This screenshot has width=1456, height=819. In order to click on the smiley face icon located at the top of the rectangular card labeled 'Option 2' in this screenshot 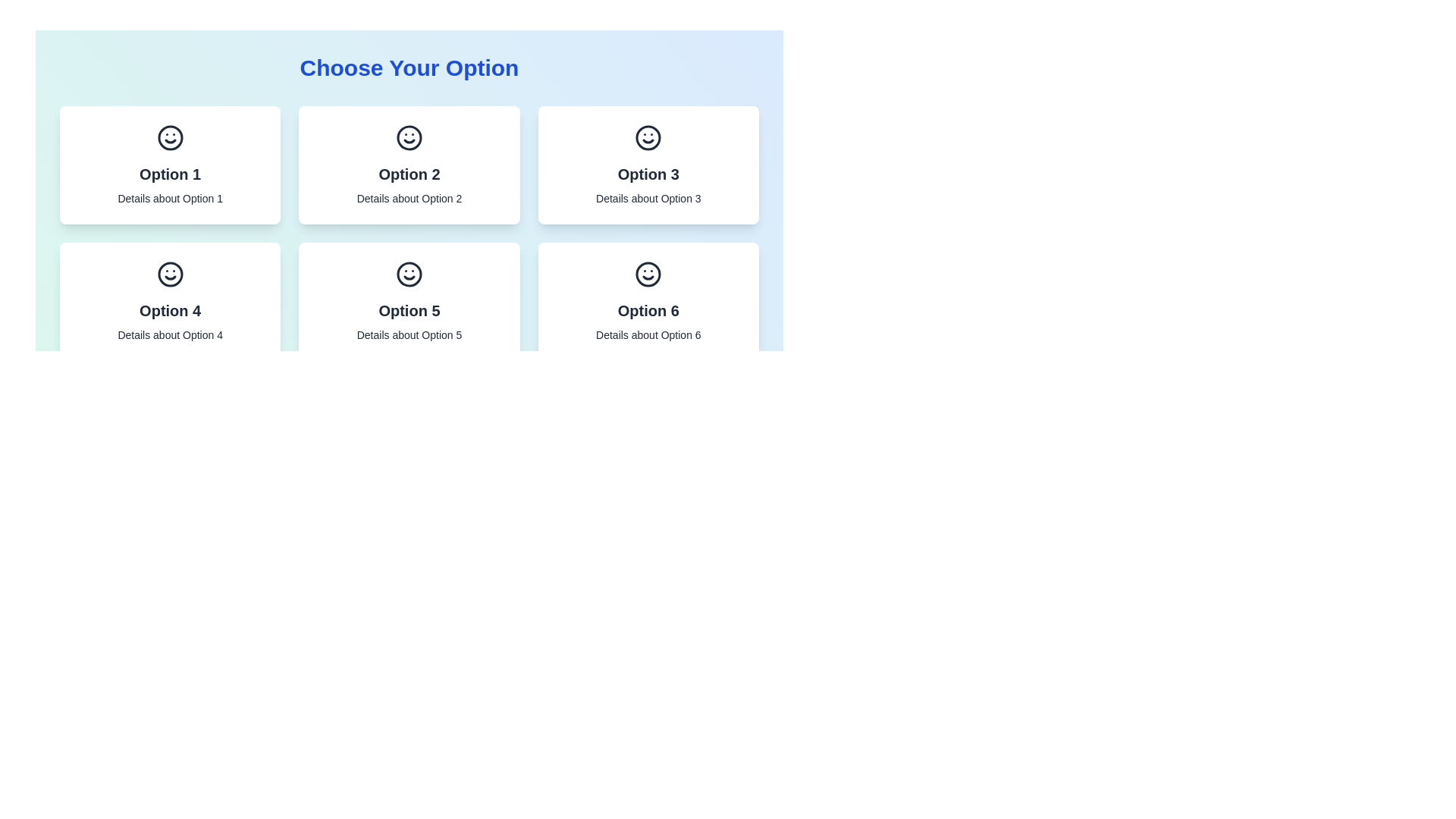, I will do `click(409, 137)`.